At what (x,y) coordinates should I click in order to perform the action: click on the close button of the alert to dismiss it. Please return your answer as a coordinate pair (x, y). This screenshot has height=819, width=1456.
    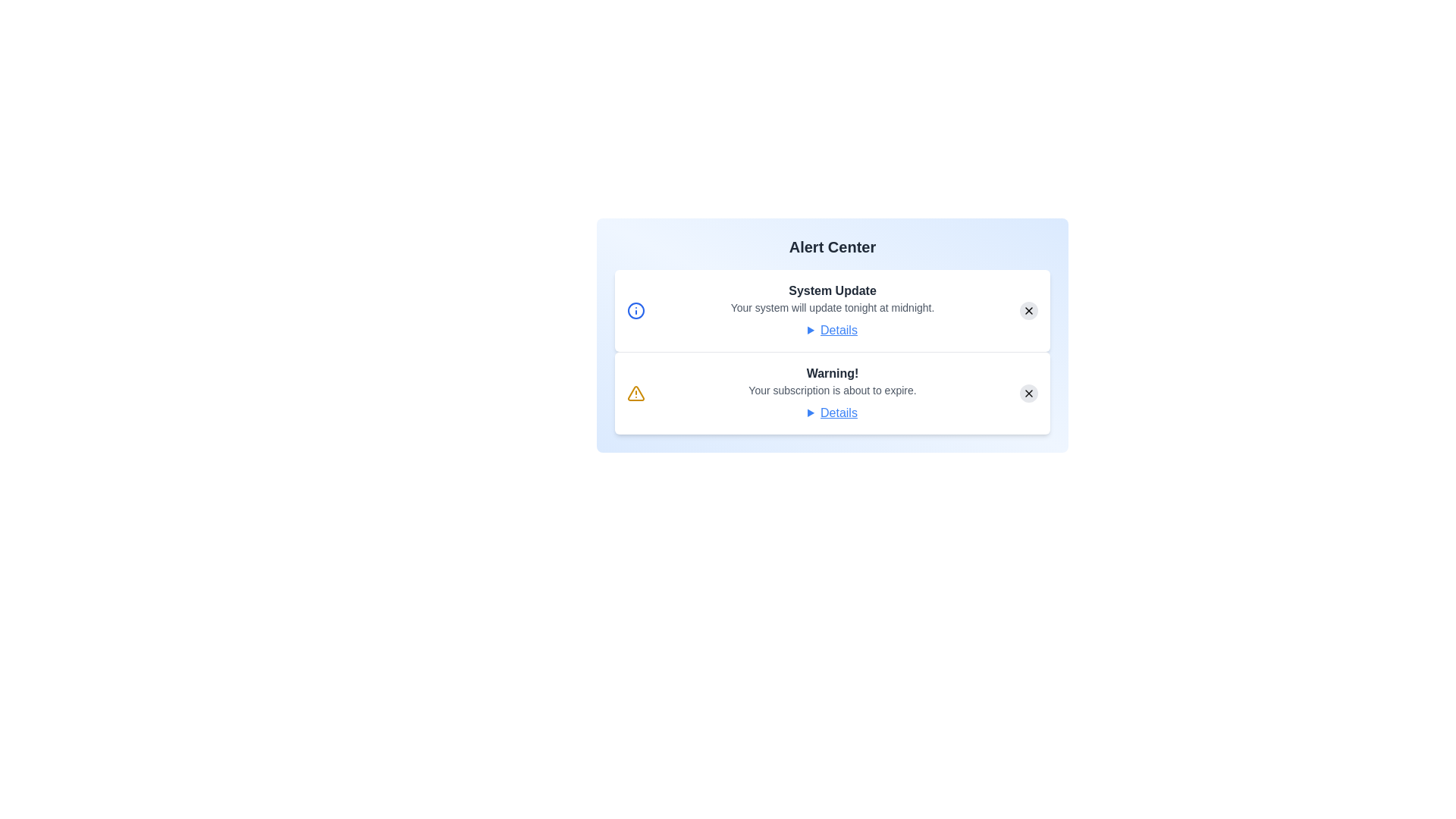
    Looking at the image, I should click on (1029, 309).